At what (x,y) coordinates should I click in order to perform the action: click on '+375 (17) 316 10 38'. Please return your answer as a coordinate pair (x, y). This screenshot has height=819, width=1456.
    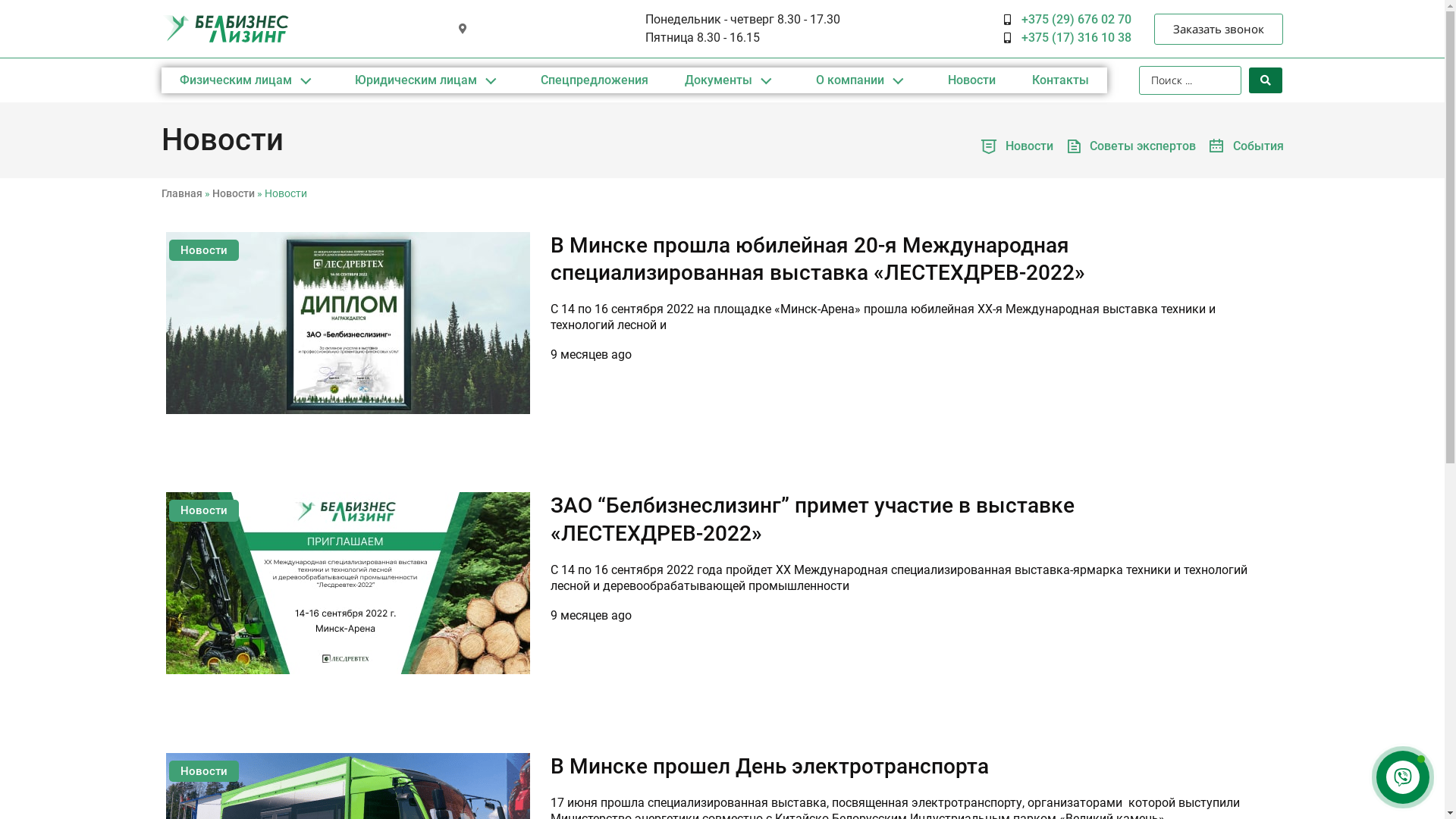
    Looking at the image, I should click on (1066, 37).